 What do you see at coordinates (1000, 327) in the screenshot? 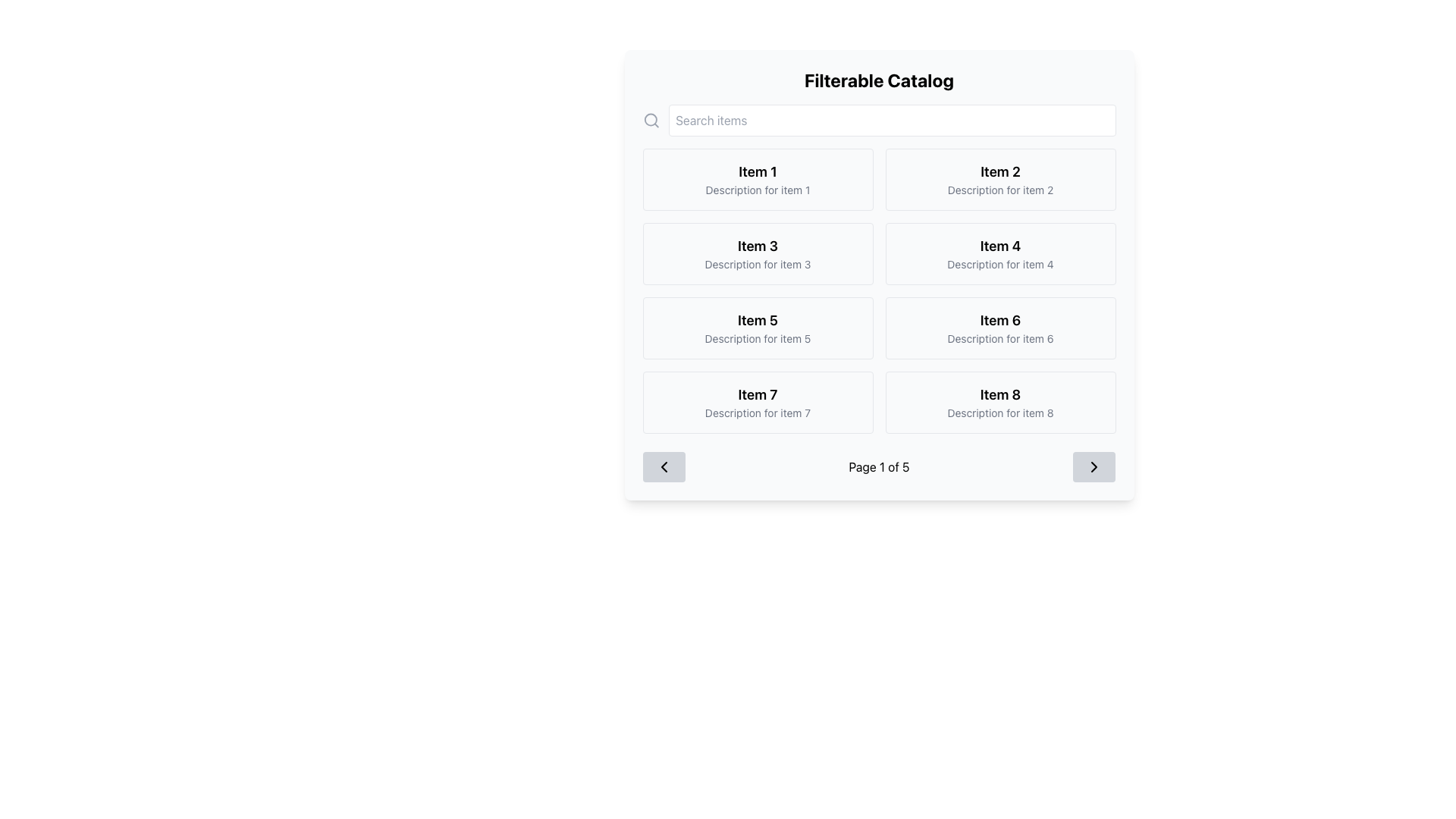
I see `the card displaying 'Item 6' with a white background and rounded corners, which contains the text 'Item 6' in bold and 'Description for item 6' in a smaller font` at bounding box center [1000, 327].